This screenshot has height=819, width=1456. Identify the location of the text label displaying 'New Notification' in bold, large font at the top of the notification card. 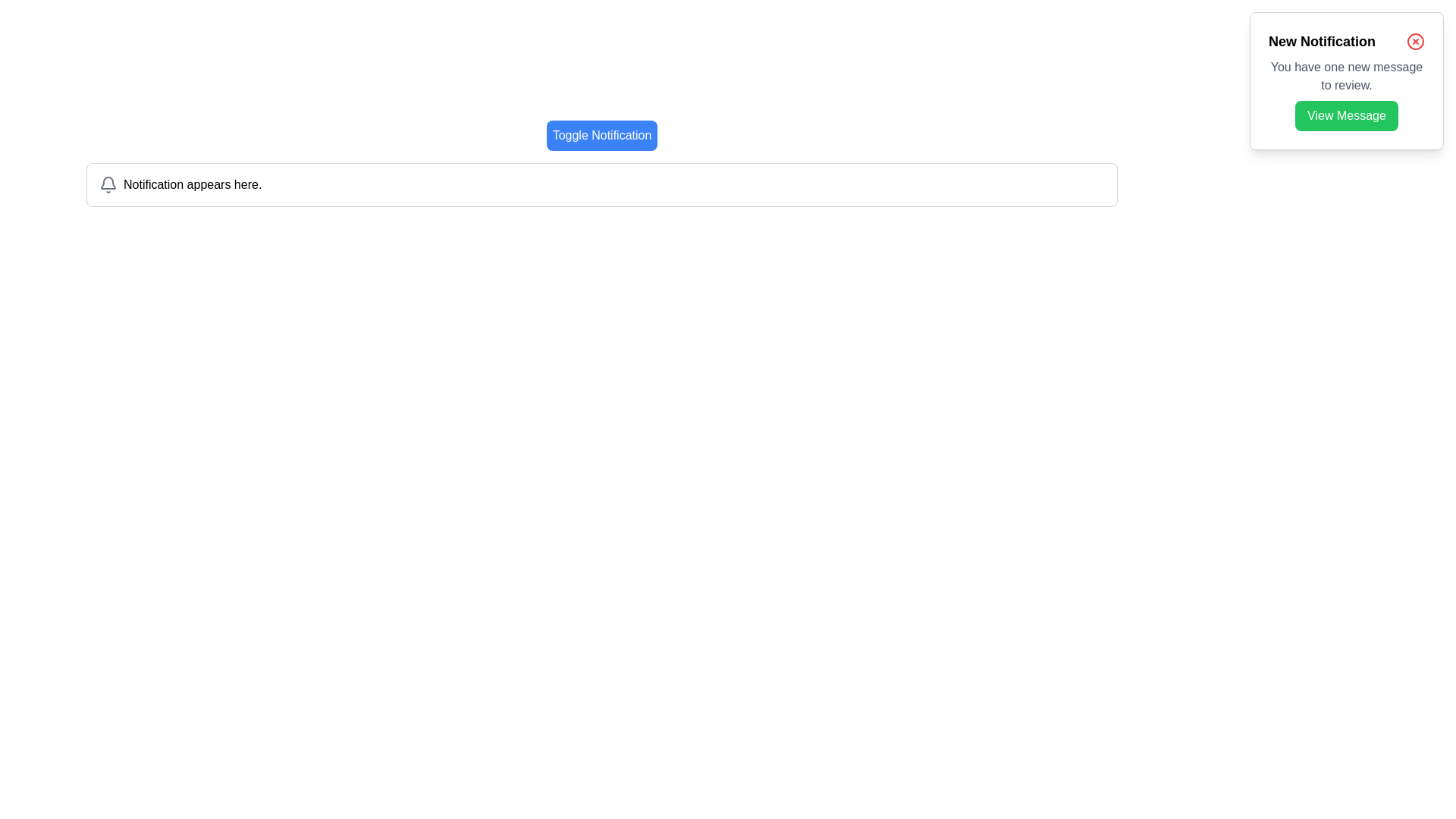
(1321, 40).